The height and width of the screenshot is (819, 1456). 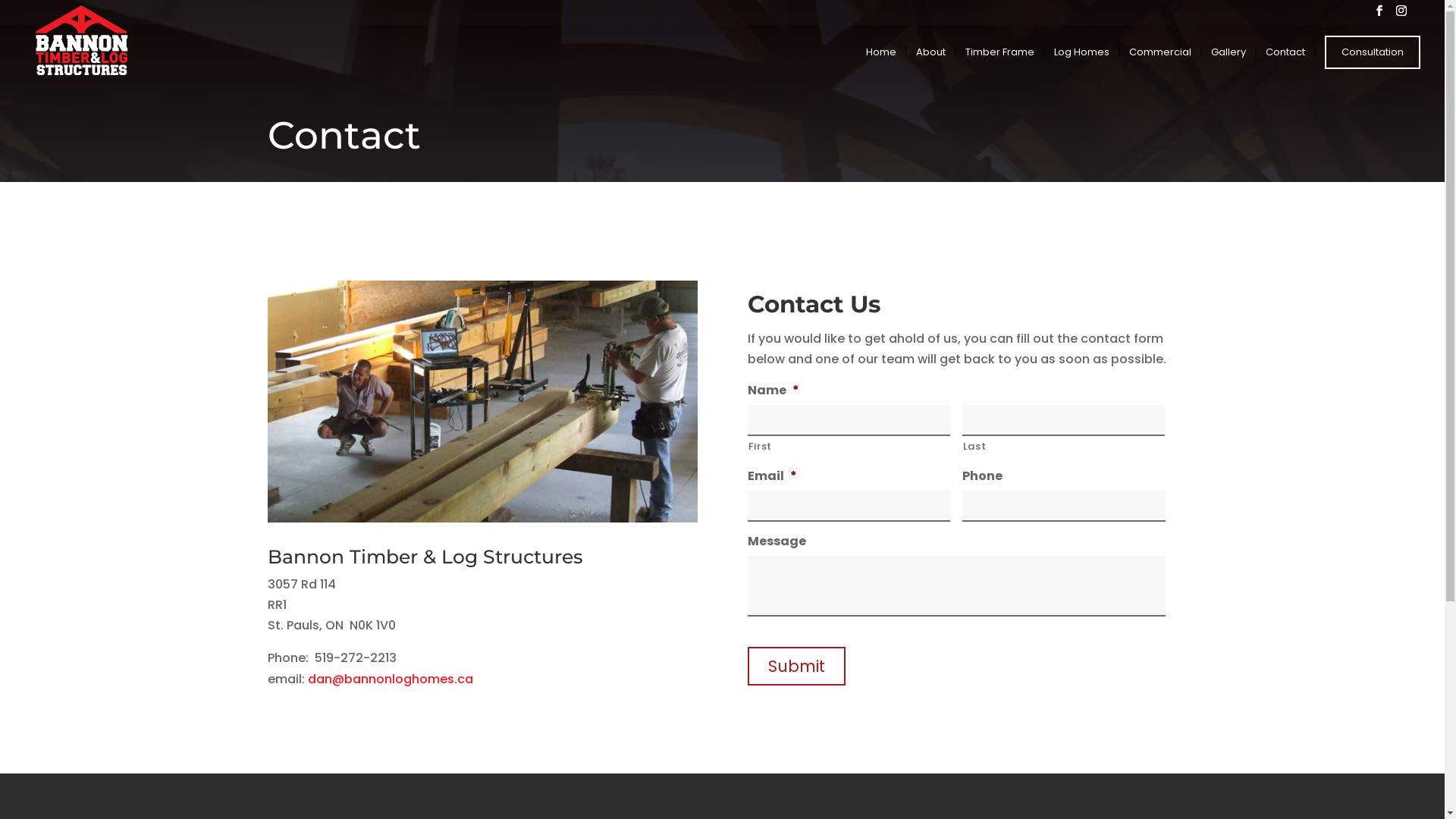 What do you see at coordinates (880, 62) in the screenshot?
I see `'Home'` at bounding box center [880, 62].